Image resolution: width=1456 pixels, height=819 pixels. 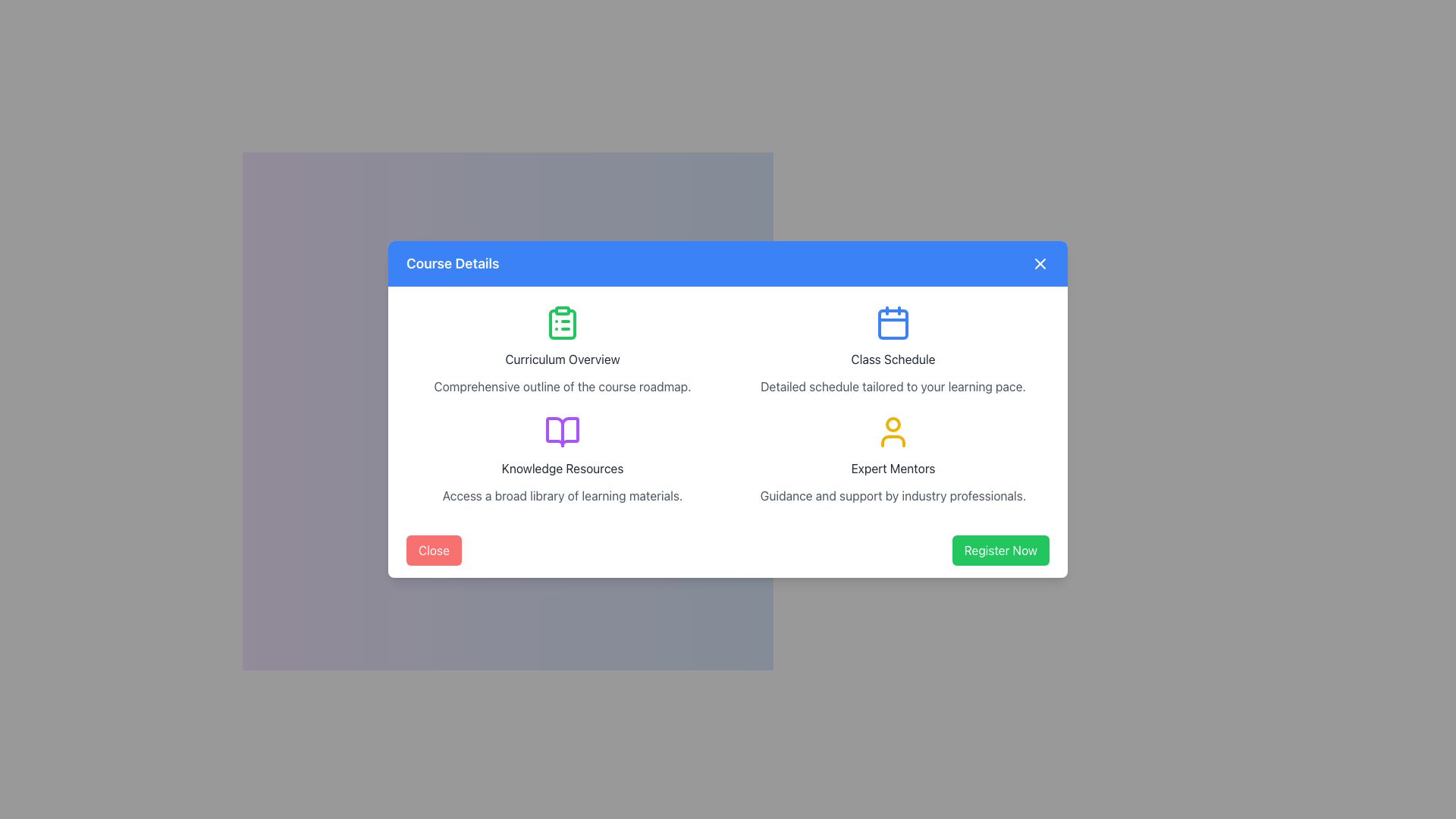 I want to click on the text label displaying 'Detailed schedule tailored to your learning pace.' located in the modal 'Course Details' below the header 'Class Schedule', so click(x=893, y=385).